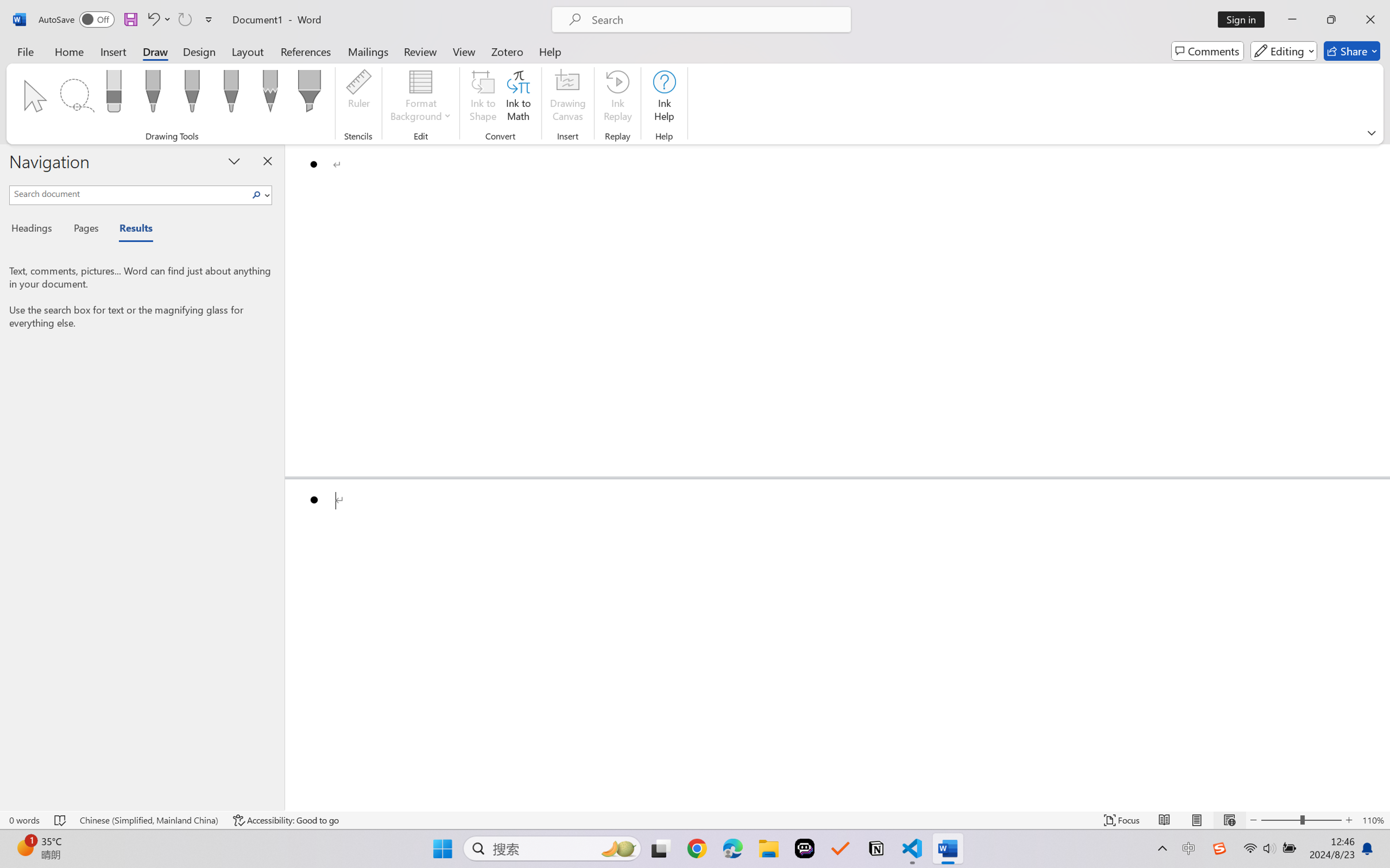 Image resolution: width=1390 pixels, height=868 pixels. I want to click on 'Can', so click(184, 19).